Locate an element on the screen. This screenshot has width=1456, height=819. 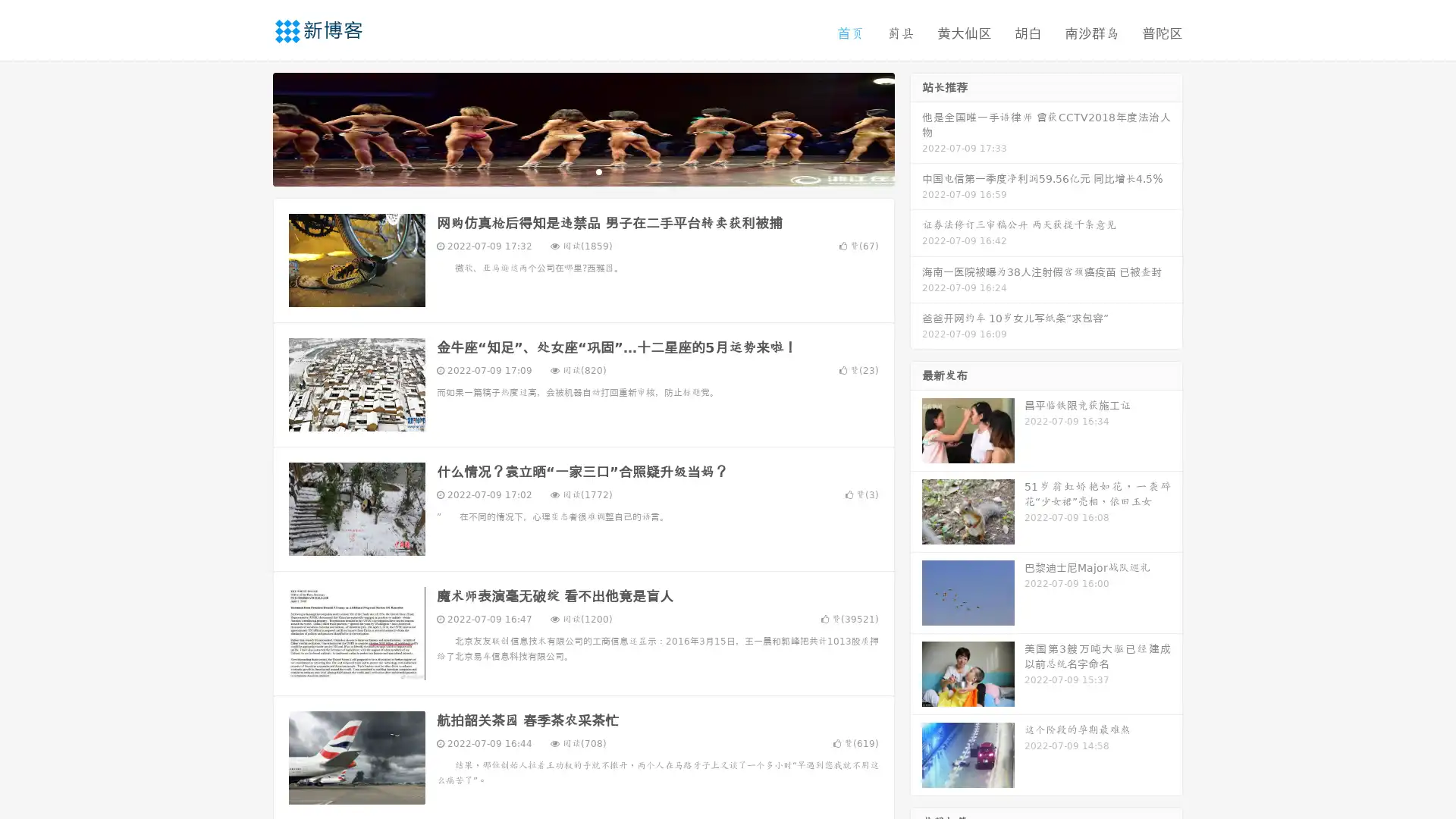
Go to slide 3 is located at coordinates (598, 171).